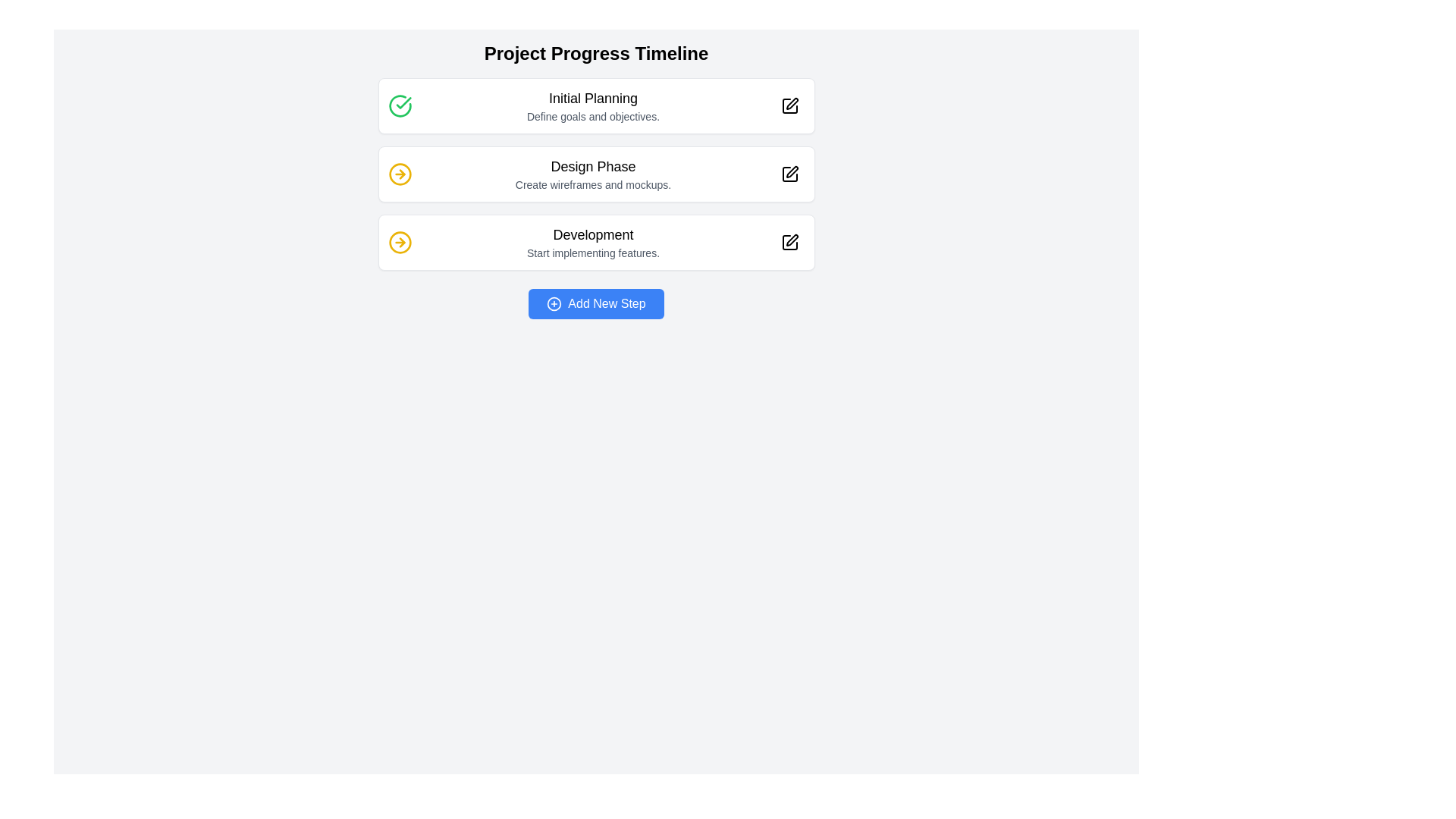 This screenshot has width=1456, height=819. Describe the element at coordinates (400, 105) in the screenshot. I see `the green circle icon with a checkmark, located in the 'Initial Planning' card of the 'Project Progress Timeline' section, to check its state indication` at that location.